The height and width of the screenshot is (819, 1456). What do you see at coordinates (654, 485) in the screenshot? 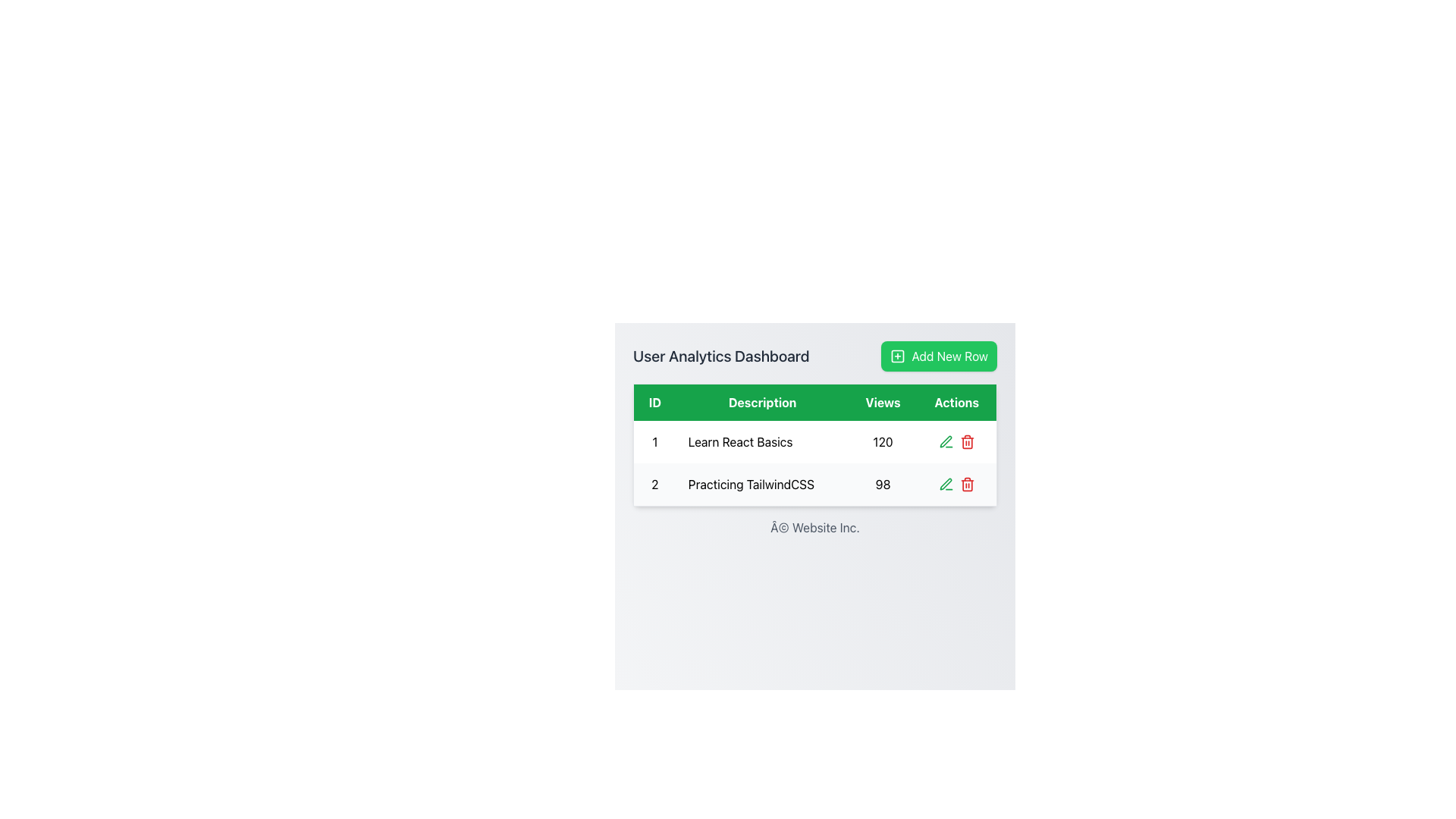
I see `the Text Display element that shows the unique identifier '2' in the first cell of the second row under the 'ID' column of the data table` at bounding box center [654, 485].